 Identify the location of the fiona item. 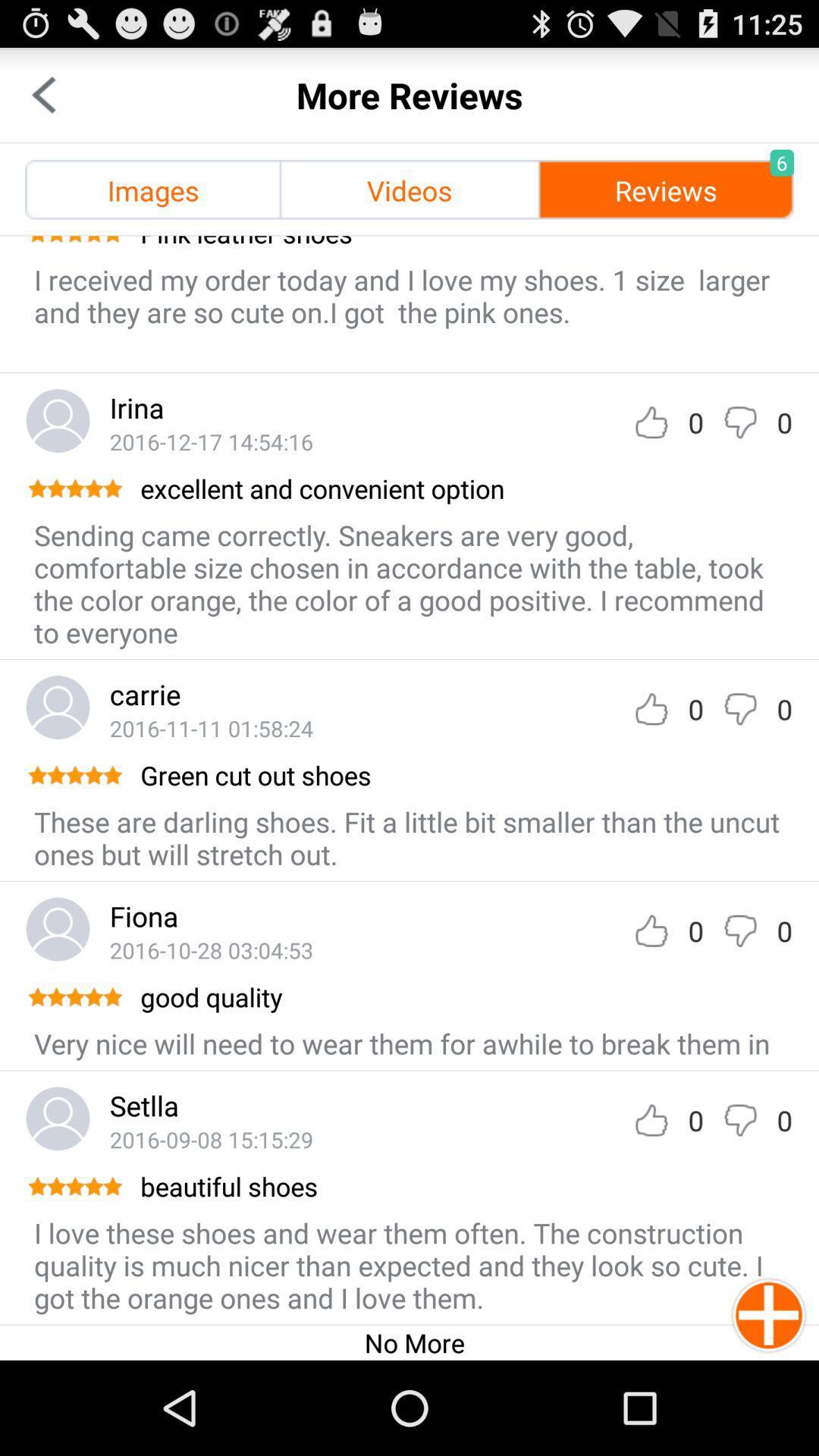
(144, 915).